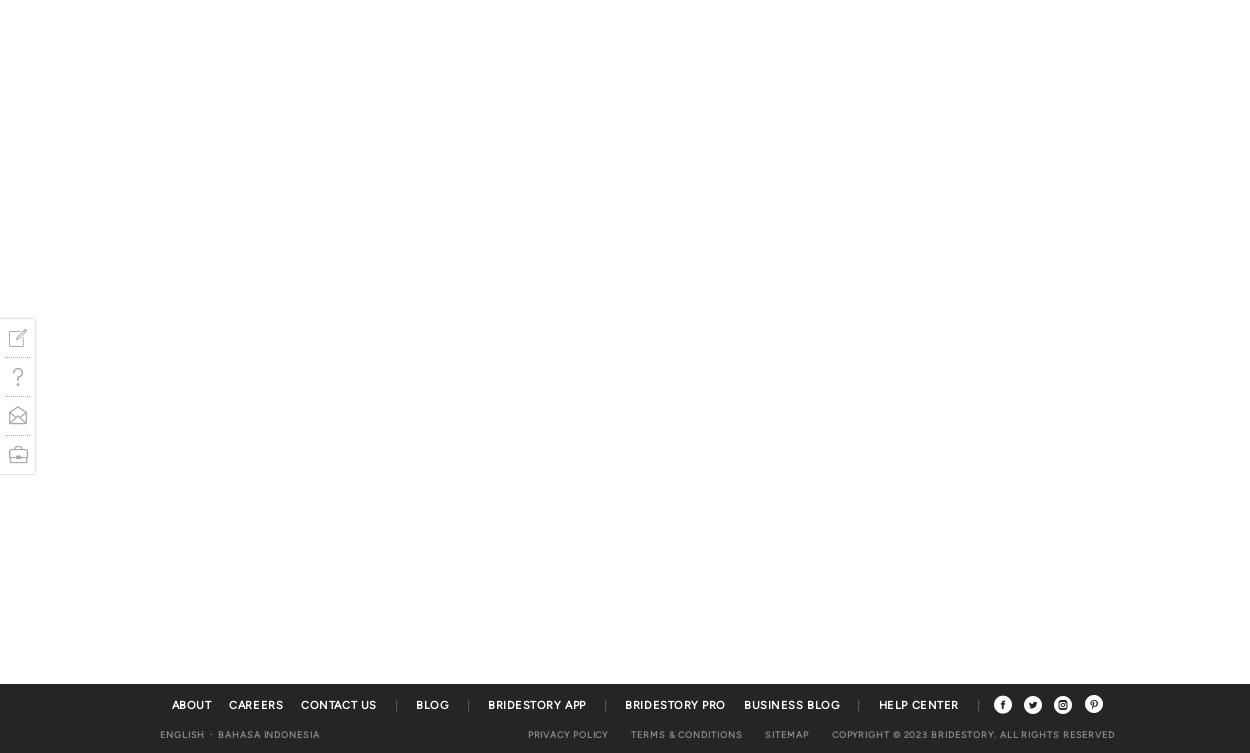  Describe the element at coordinates (190, 704) in the screenshot. I see `'About'` at that location.